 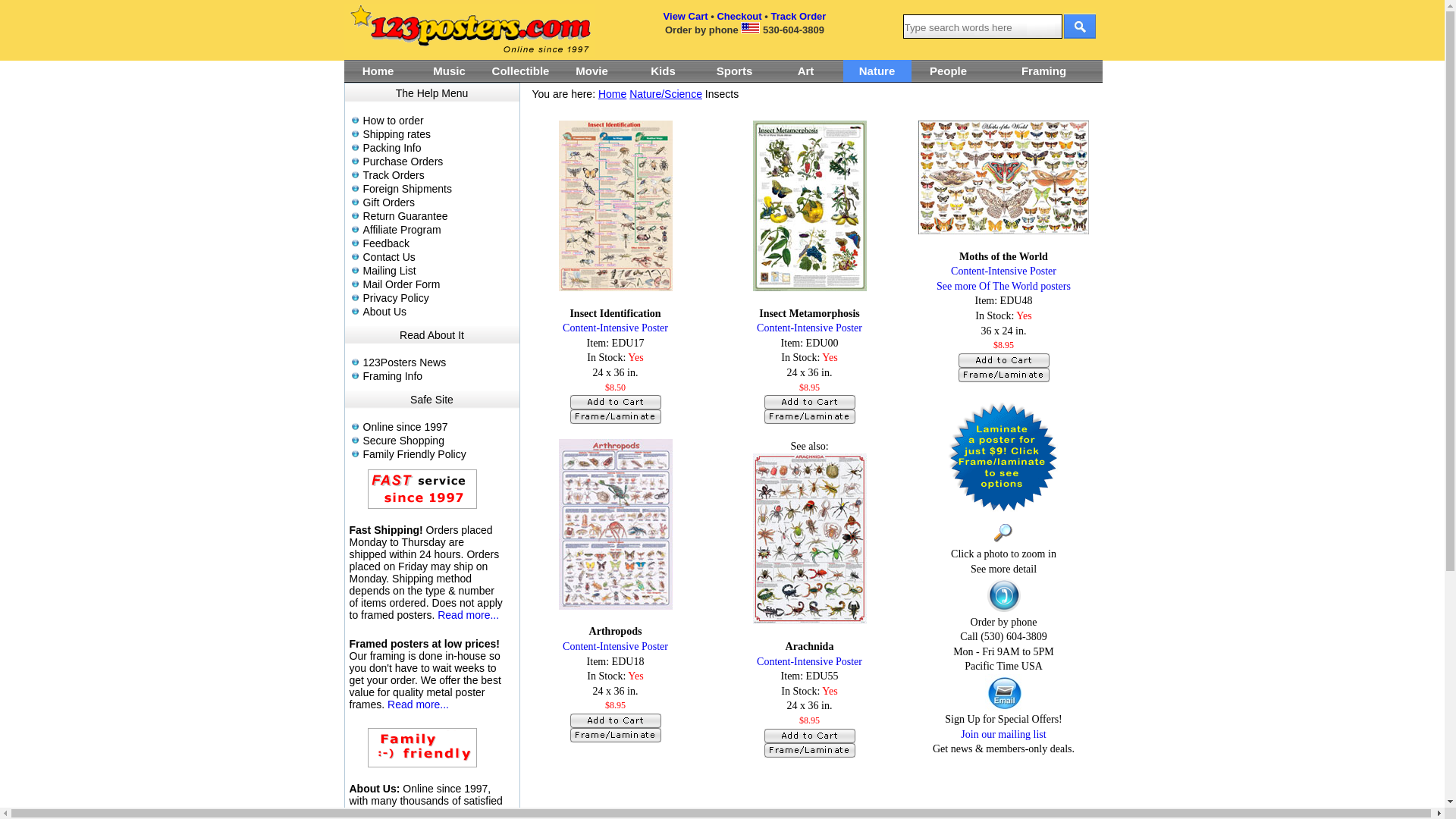 I want to click on 'Kids', so click(x=663, y=71).